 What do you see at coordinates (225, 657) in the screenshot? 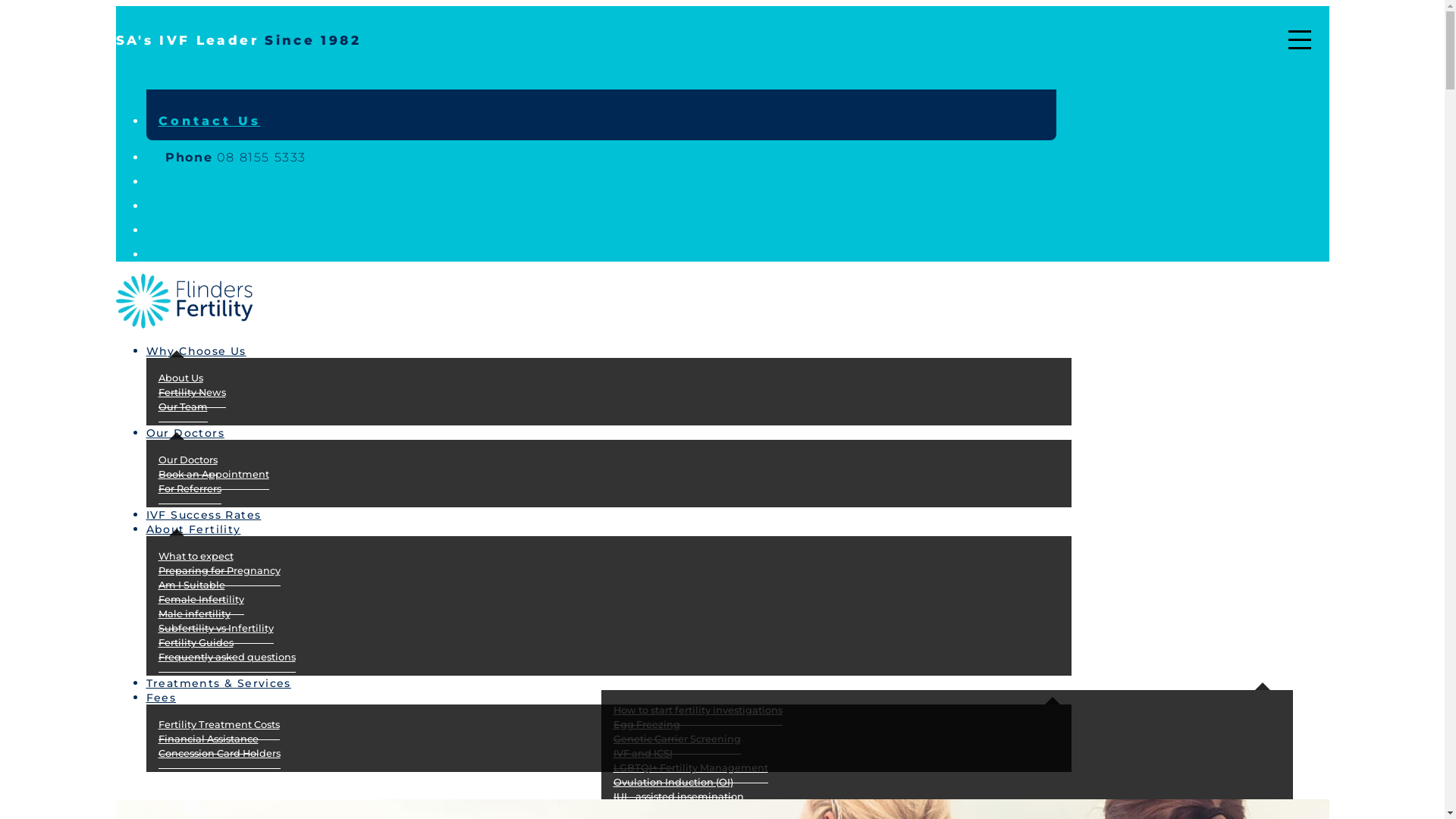
I see `'Frequently asked questions'` at bounding box center [225, 657].